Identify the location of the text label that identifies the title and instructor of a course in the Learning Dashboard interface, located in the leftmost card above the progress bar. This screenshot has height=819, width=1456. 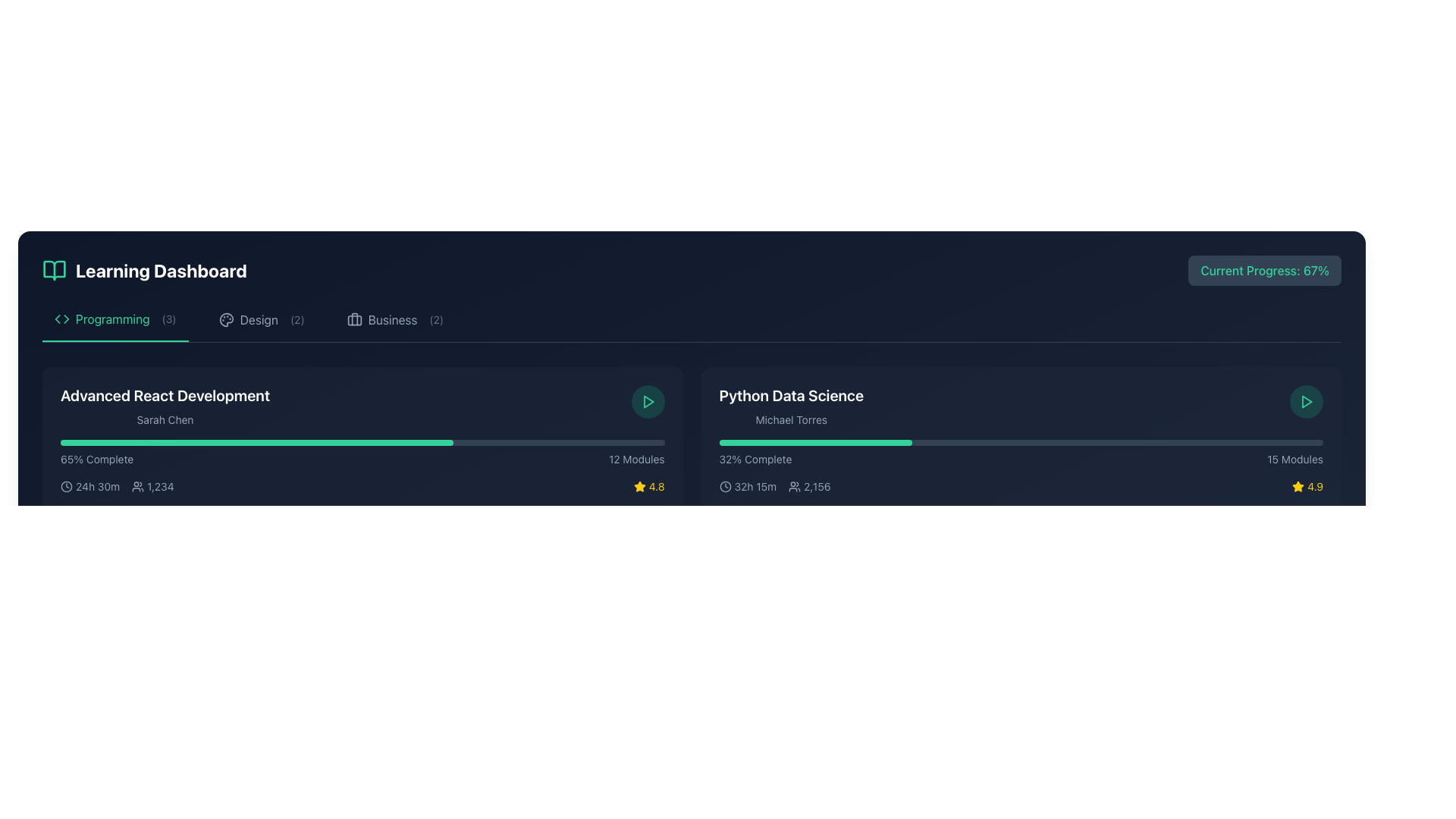
(165, 406).